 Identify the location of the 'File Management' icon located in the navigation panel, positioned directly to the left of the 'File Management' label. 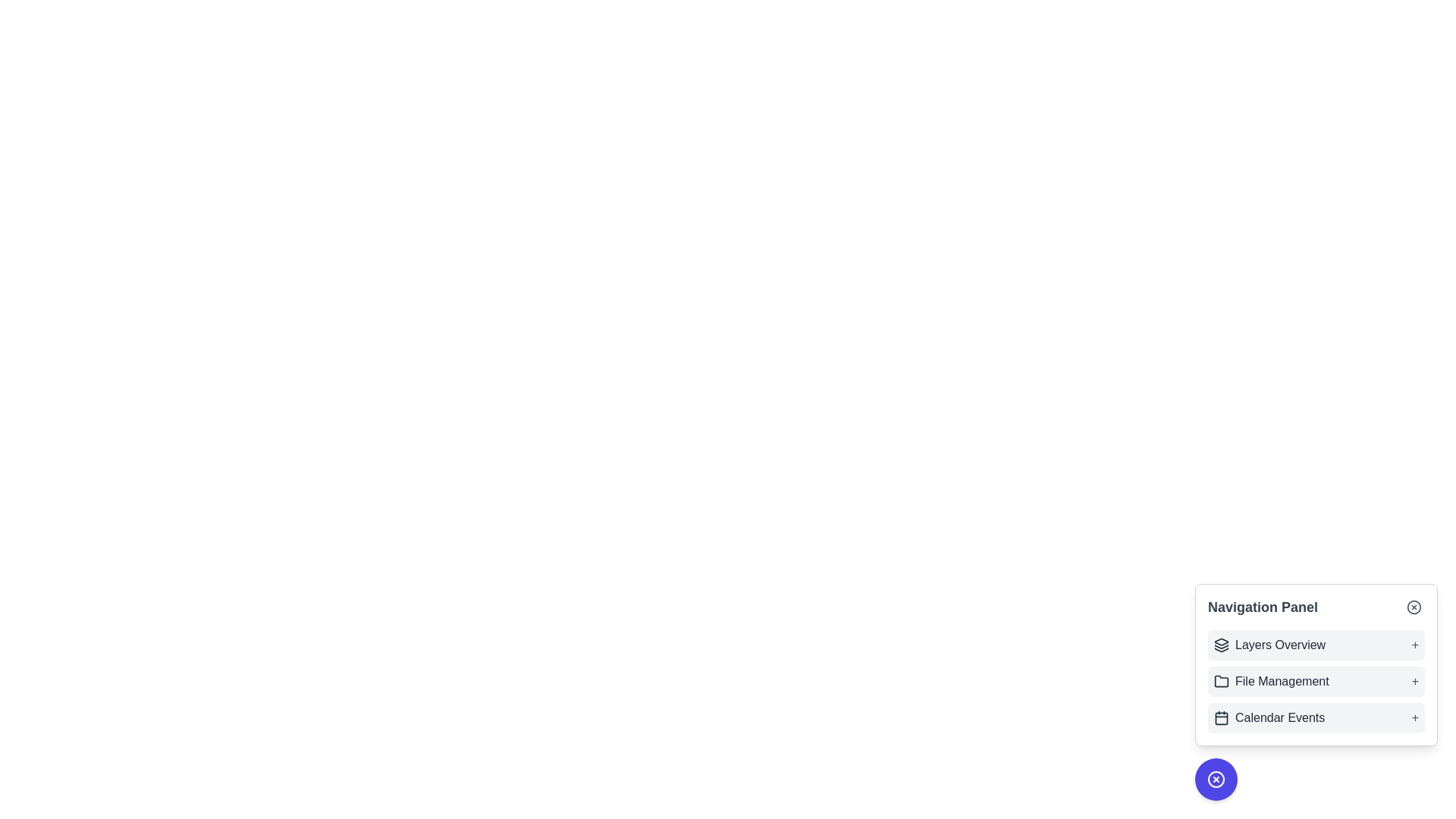
(1222, 680).